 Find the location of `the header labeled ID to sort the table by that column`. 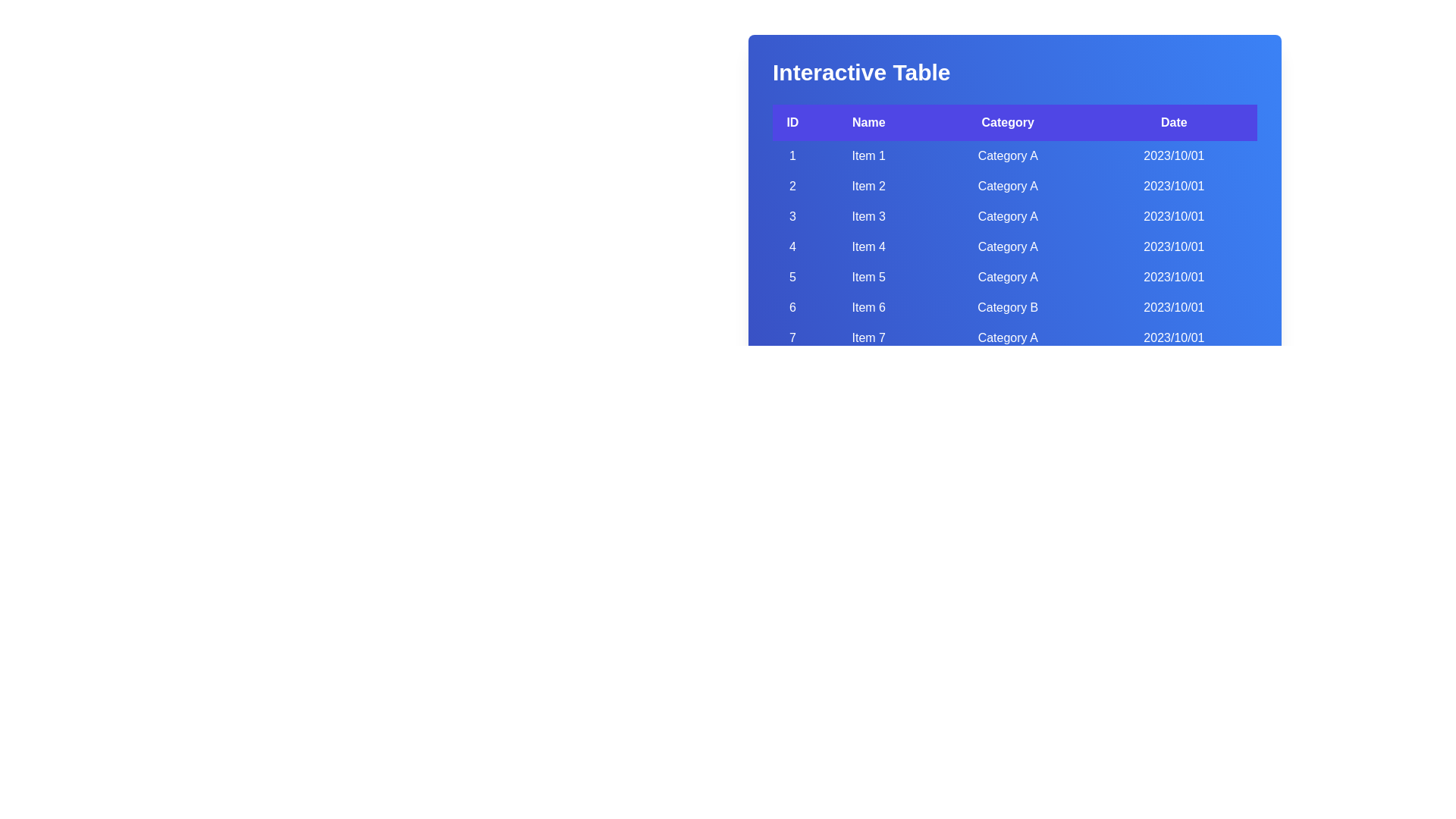

the header labeled ID to sort the table by that column is located at coordinates (792, 122).